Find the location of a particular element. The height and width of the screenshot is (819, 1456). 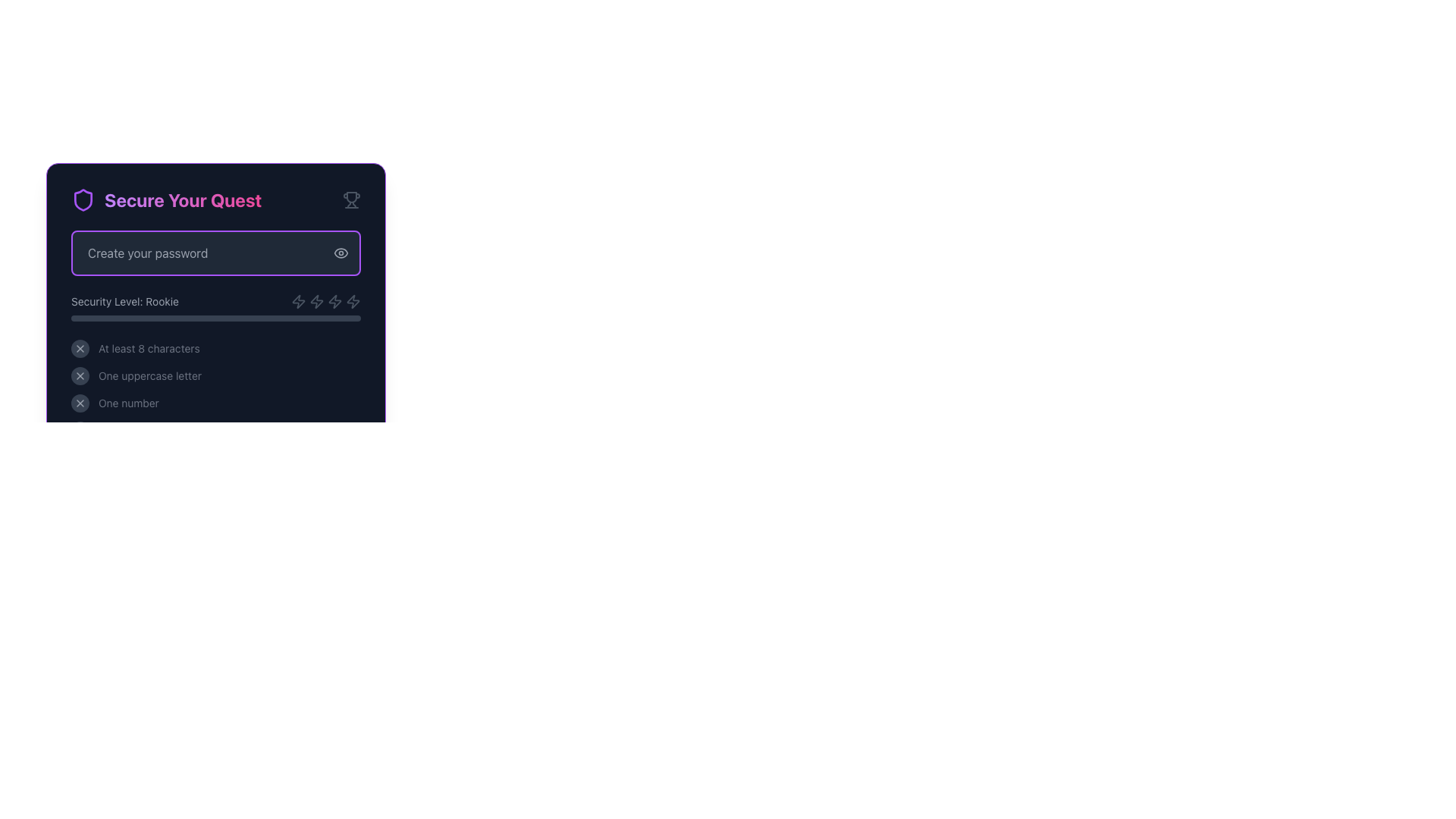

the lightning icons displayed in the informational indicator that shows the security level of the entered password, located beneath the password input field is located at coordinates (215, 301).